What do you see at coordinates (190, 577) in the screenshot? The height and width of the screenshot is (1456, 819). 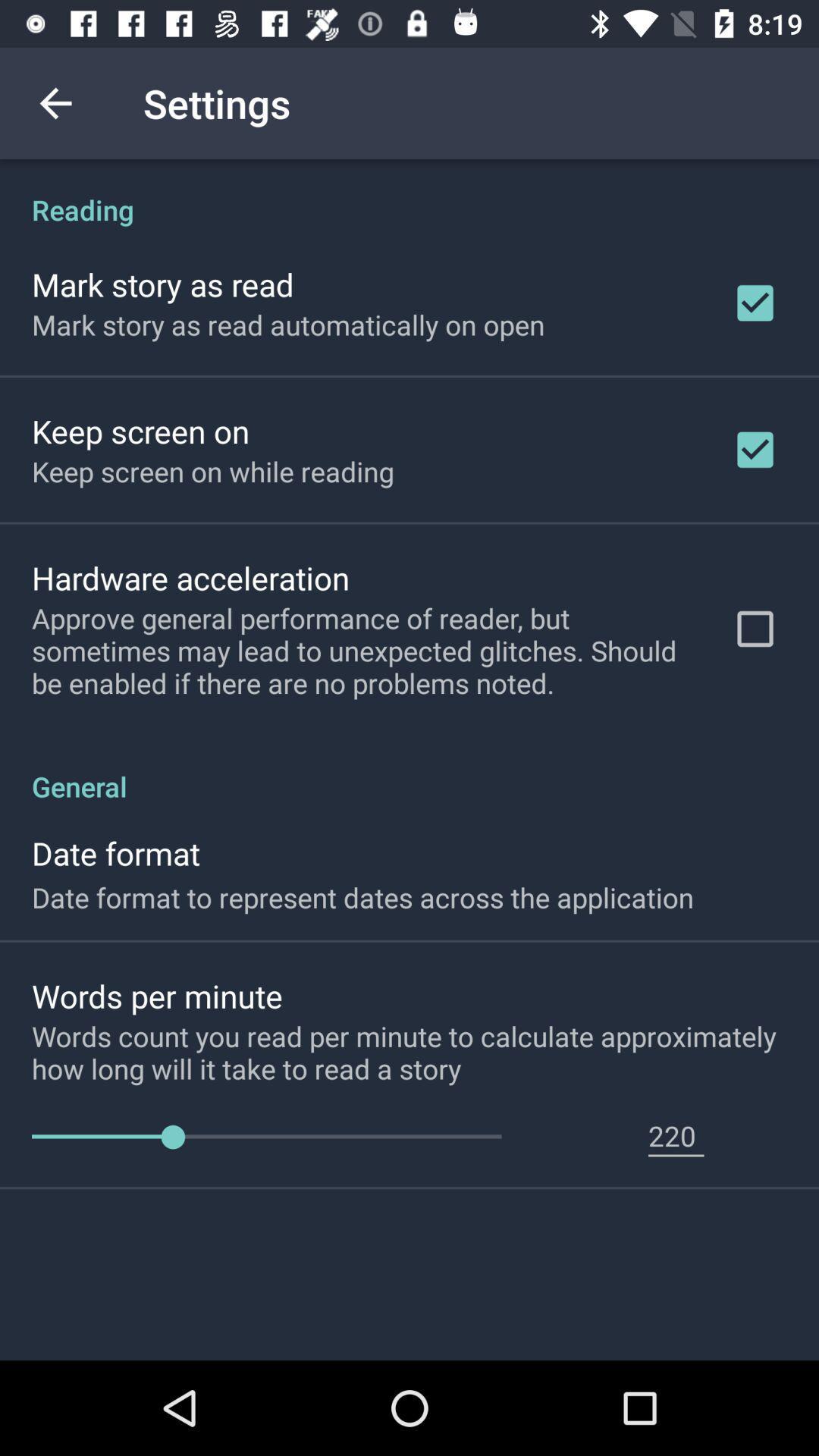 I see `hardware acceleration item` at bounding box center [190, 577].